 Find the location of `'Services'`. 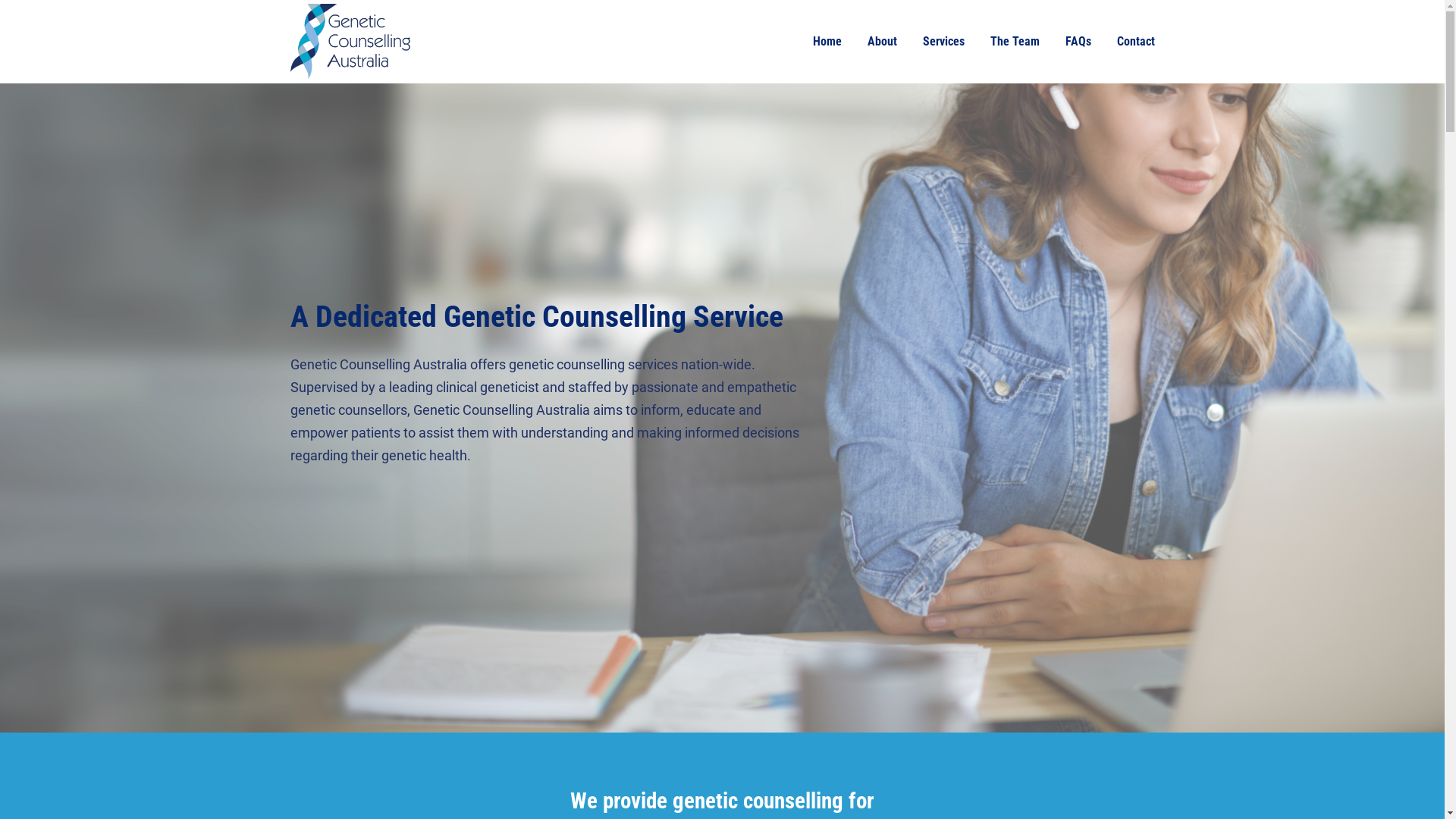

'Services' is located at coordinates (921, 40).